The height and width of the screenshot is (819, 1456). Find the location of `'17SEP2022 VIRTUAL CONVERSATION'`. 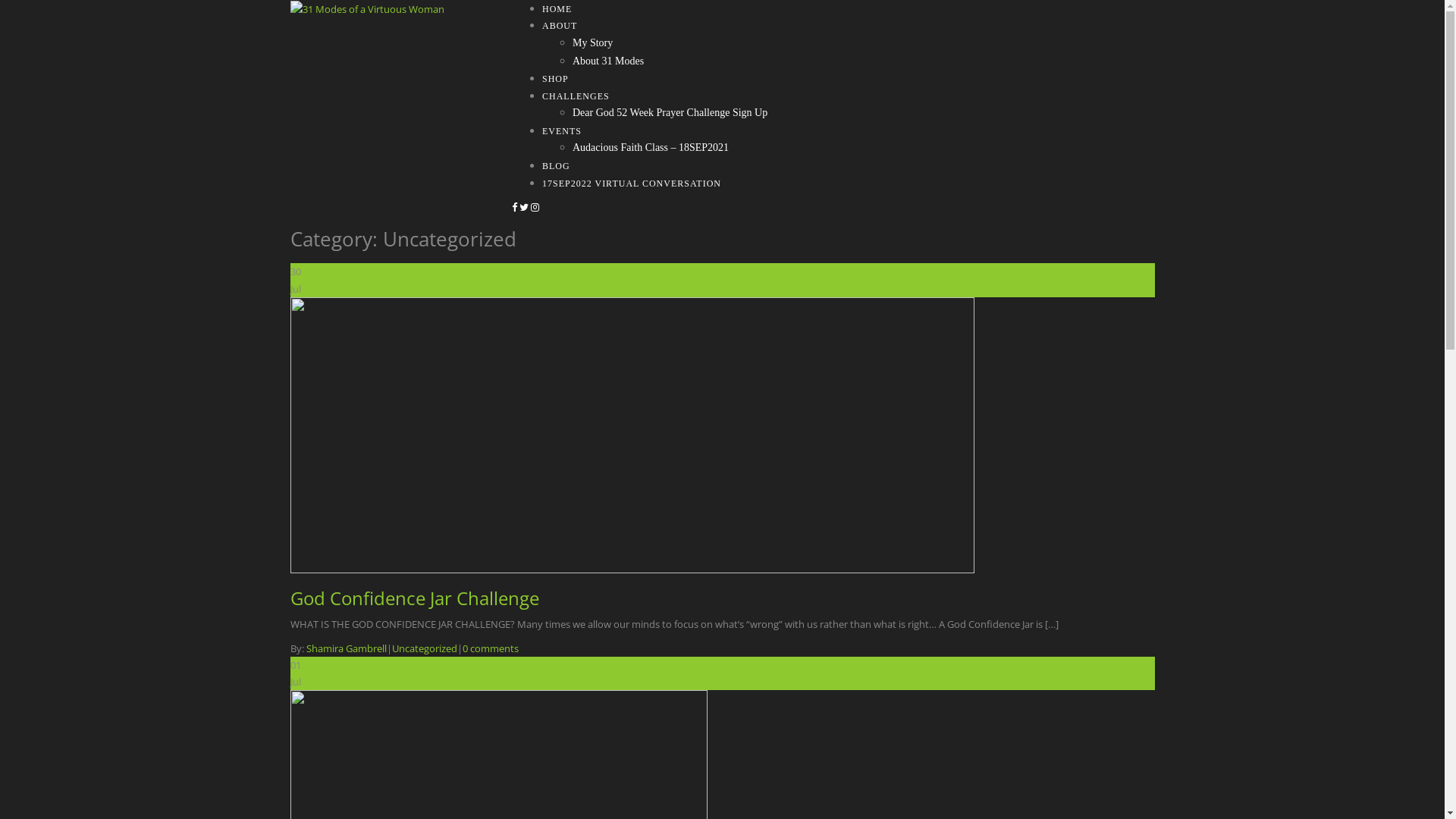

'17SEP2022 VIRTUAL CONVERSATION' is located at coordinates (632, 183).